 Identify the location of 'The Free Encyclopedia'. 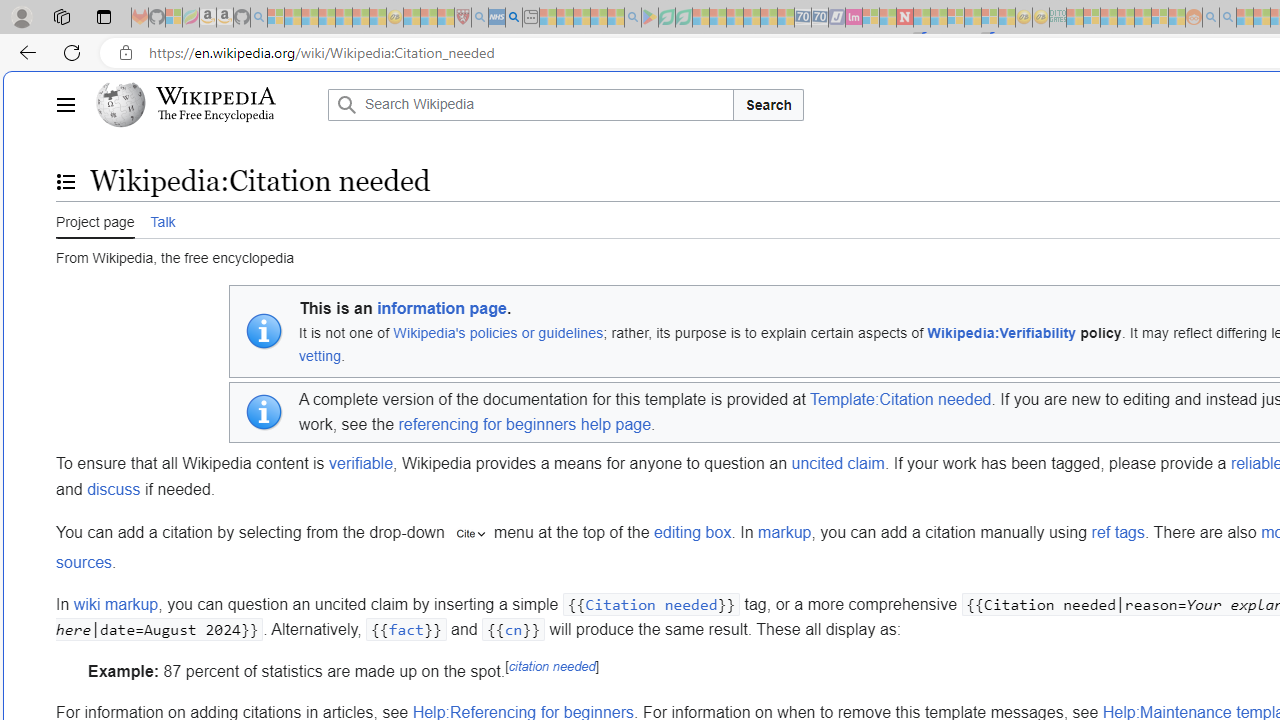
(216, 116).